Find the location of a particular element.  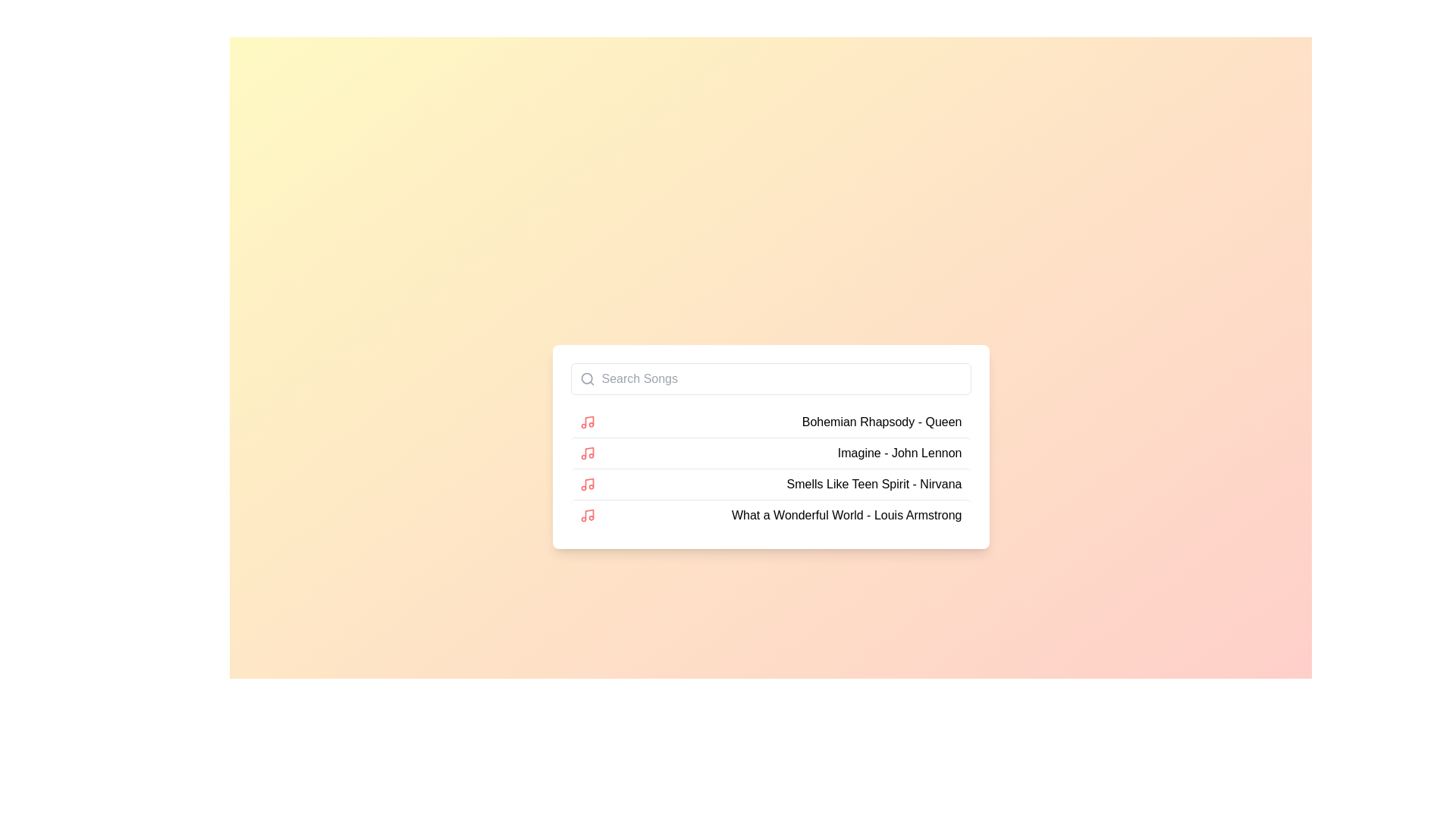

the text label displaying 'Bohemian Rhapsody - Queen', which is located in the second row of a list of song entries, to the right of a red music note icon is located at coordinates (882, 422).